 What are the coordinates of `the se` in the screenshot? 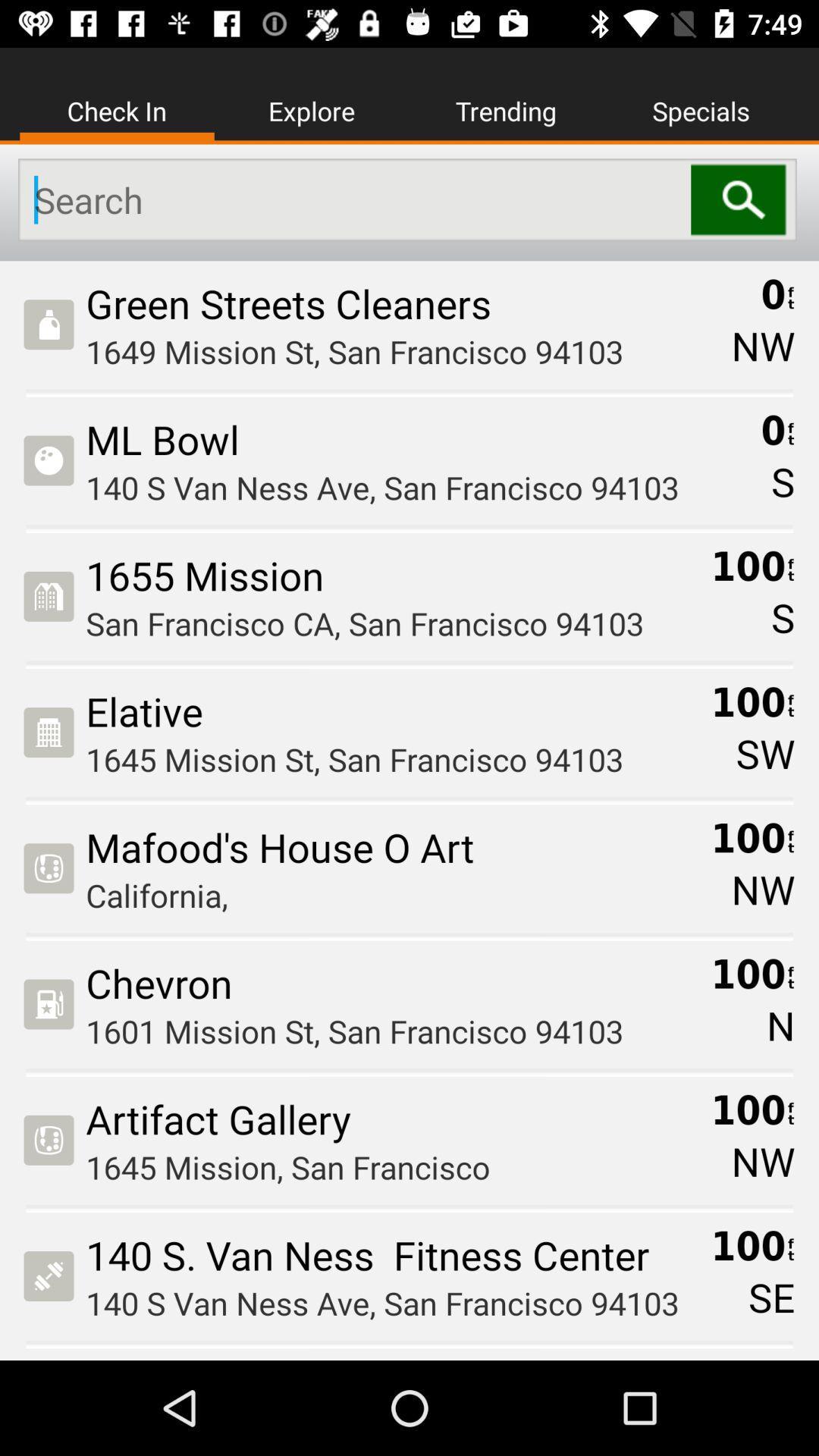 It's located at (771, 1296).